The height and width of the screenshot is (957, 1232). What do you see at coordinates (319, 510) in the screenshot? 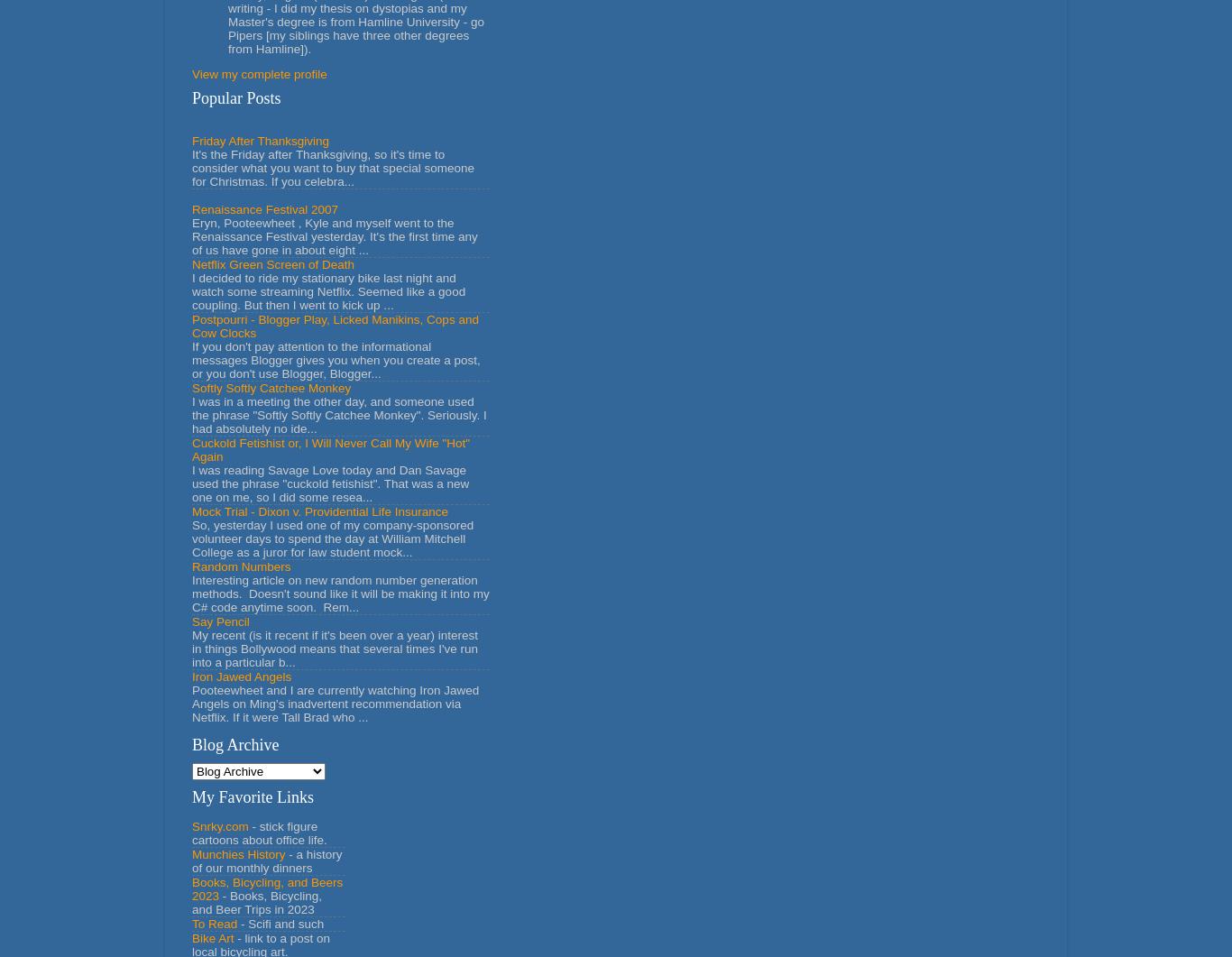
I see `'Mock Trial - Dixon v. Providential Life Insurance'` at bounding box center [319, 510].